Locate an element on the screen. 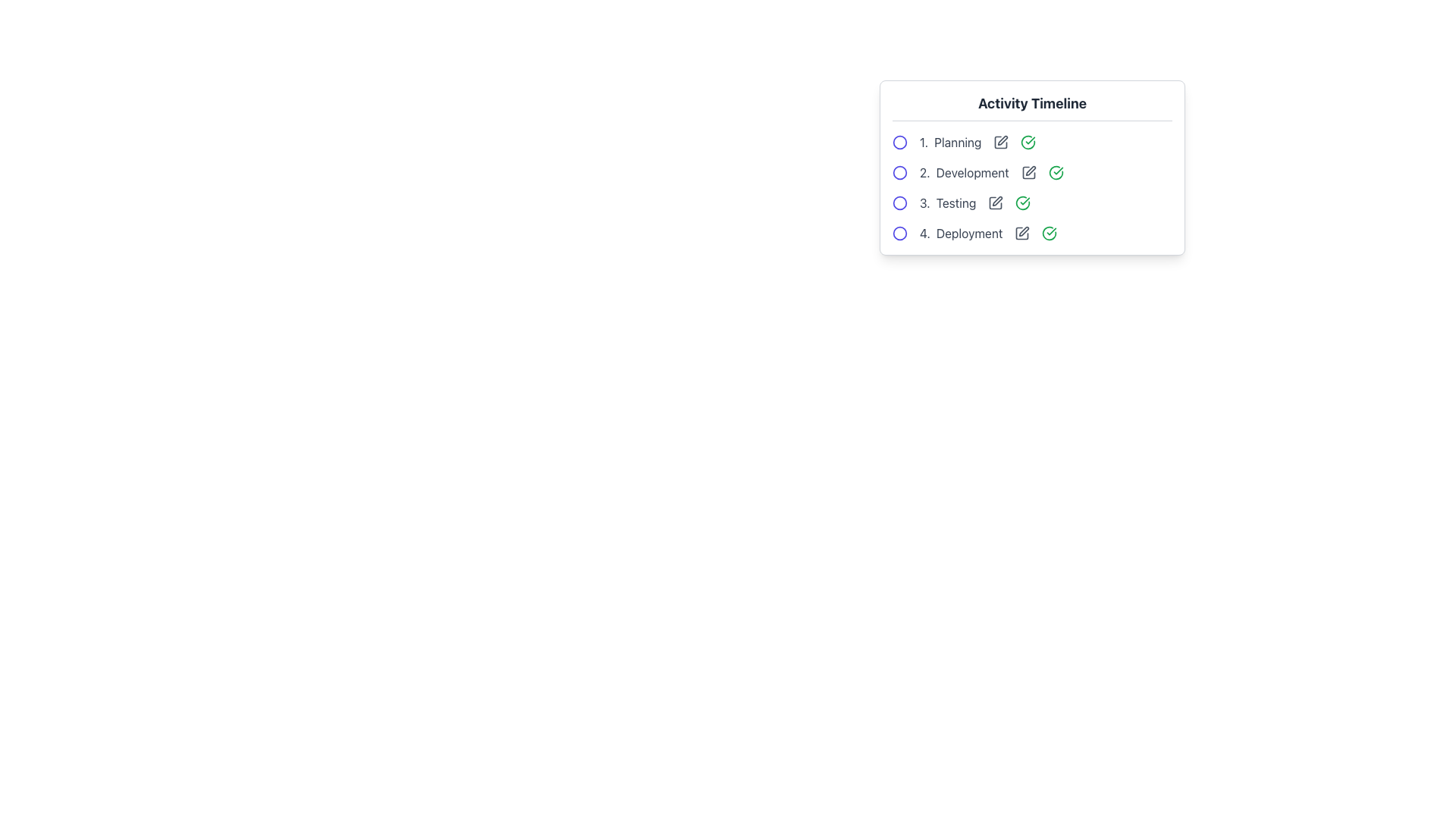 This screenshot has width=1456, height=819. the green checkmark icon located at the end of the text '3. Testing' in the activity timeline is located at coordinates (1023, 202).